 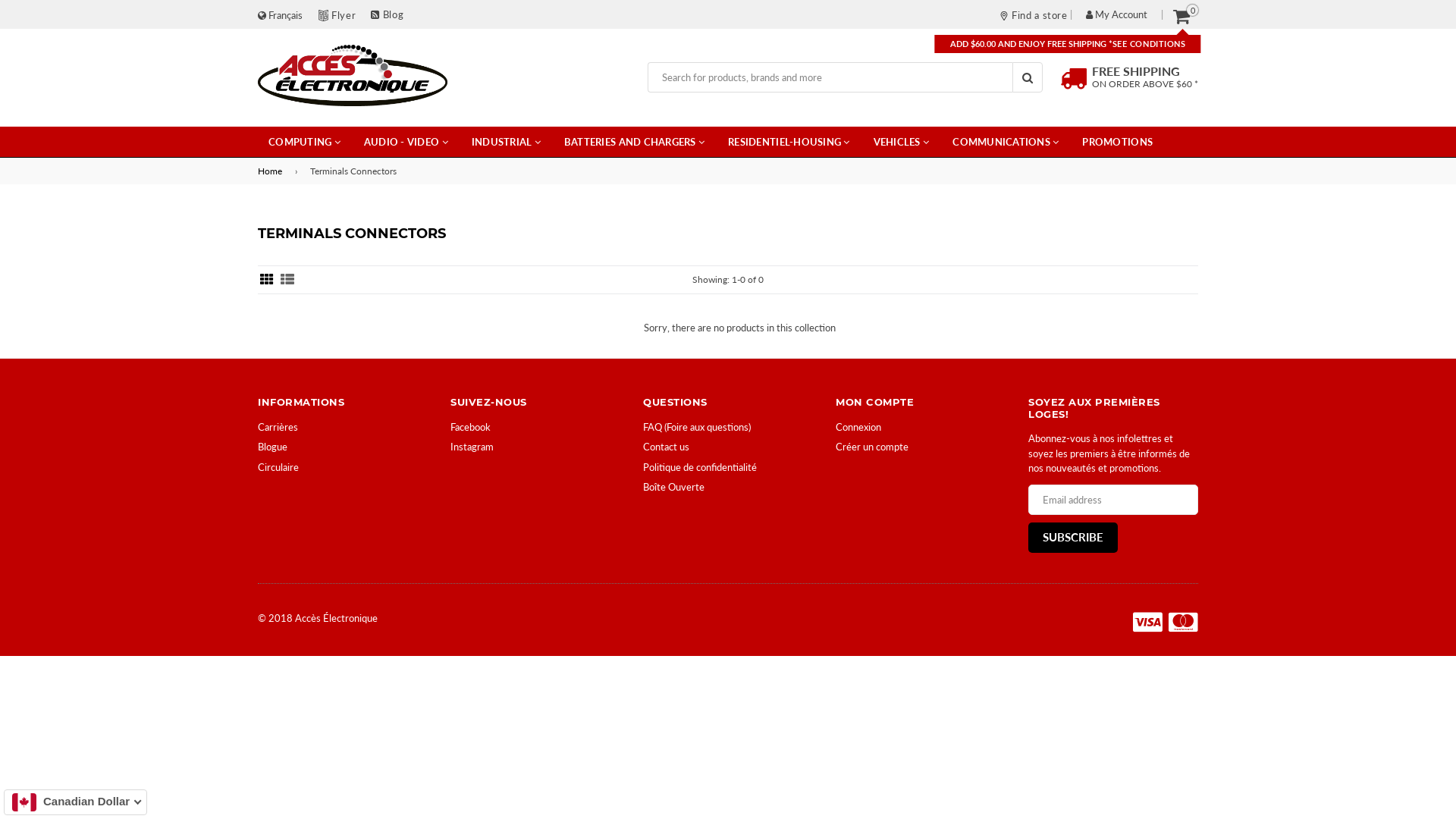 I want to click on 'SUBSCRIBE', so click(x=1072, y=537).